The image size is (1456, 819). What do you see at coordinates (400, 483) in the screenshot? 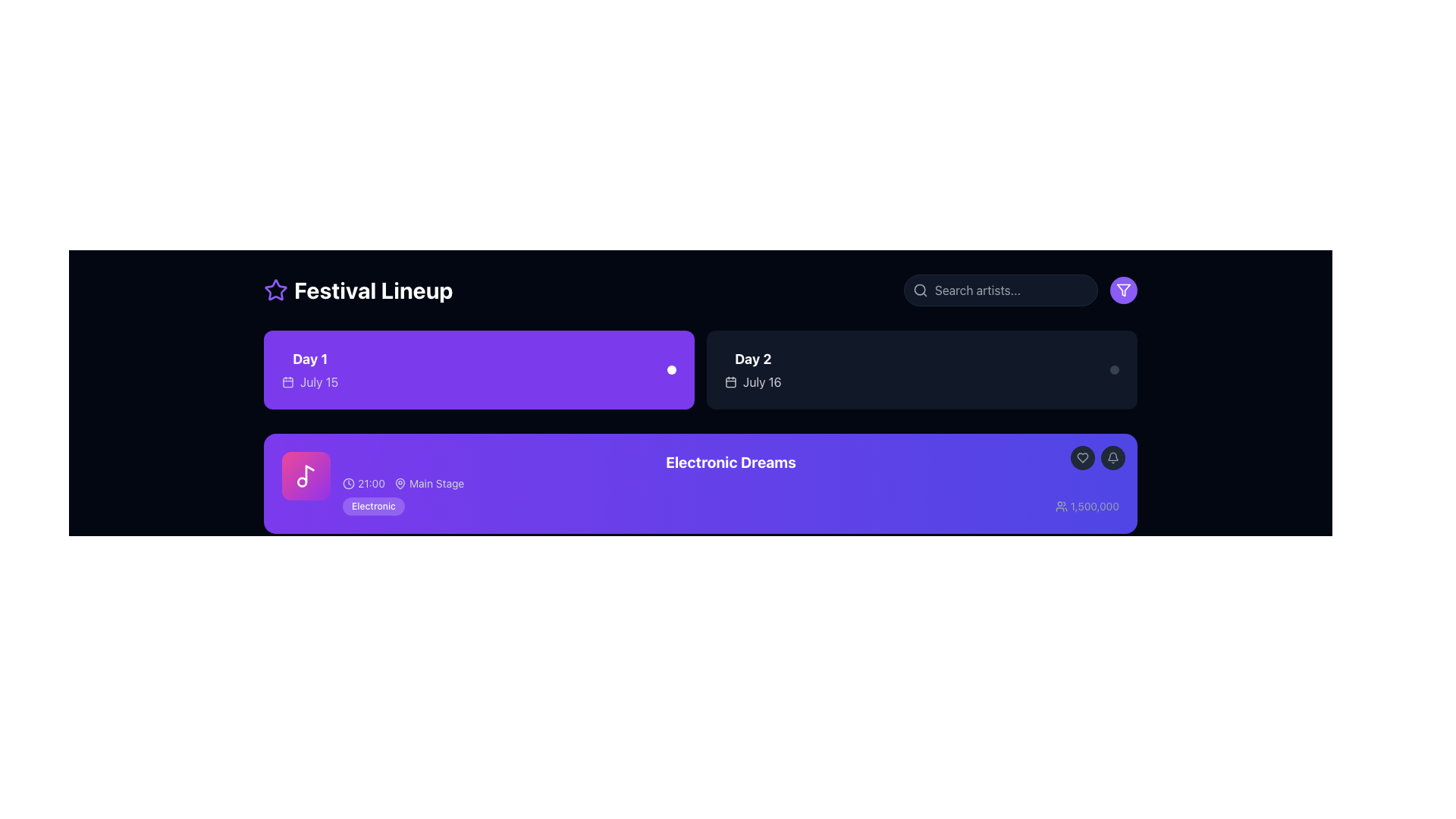
I see `the pin icon that indicates the location of the 'Main Stage', located in a purple card towards the center-left of the UI` at bounding box center [400, 483].